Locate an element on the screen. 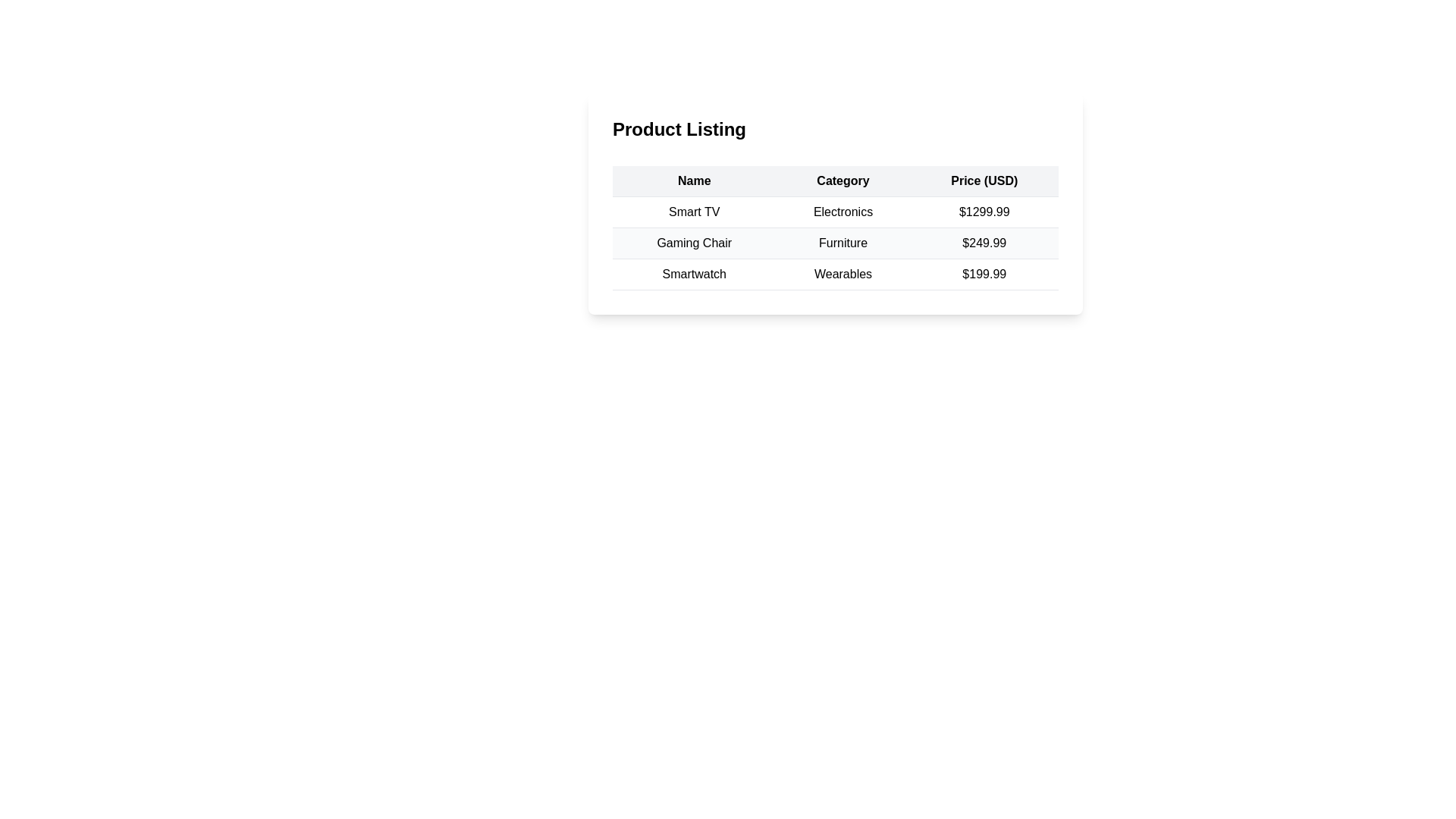 This screenshot has width=1456, height=819. text label that represents the name of the product in the first cell of the third row under the 'Name' header, located to the left of 'Wearables' and '$199.99' is located at coordinates (693, 275).